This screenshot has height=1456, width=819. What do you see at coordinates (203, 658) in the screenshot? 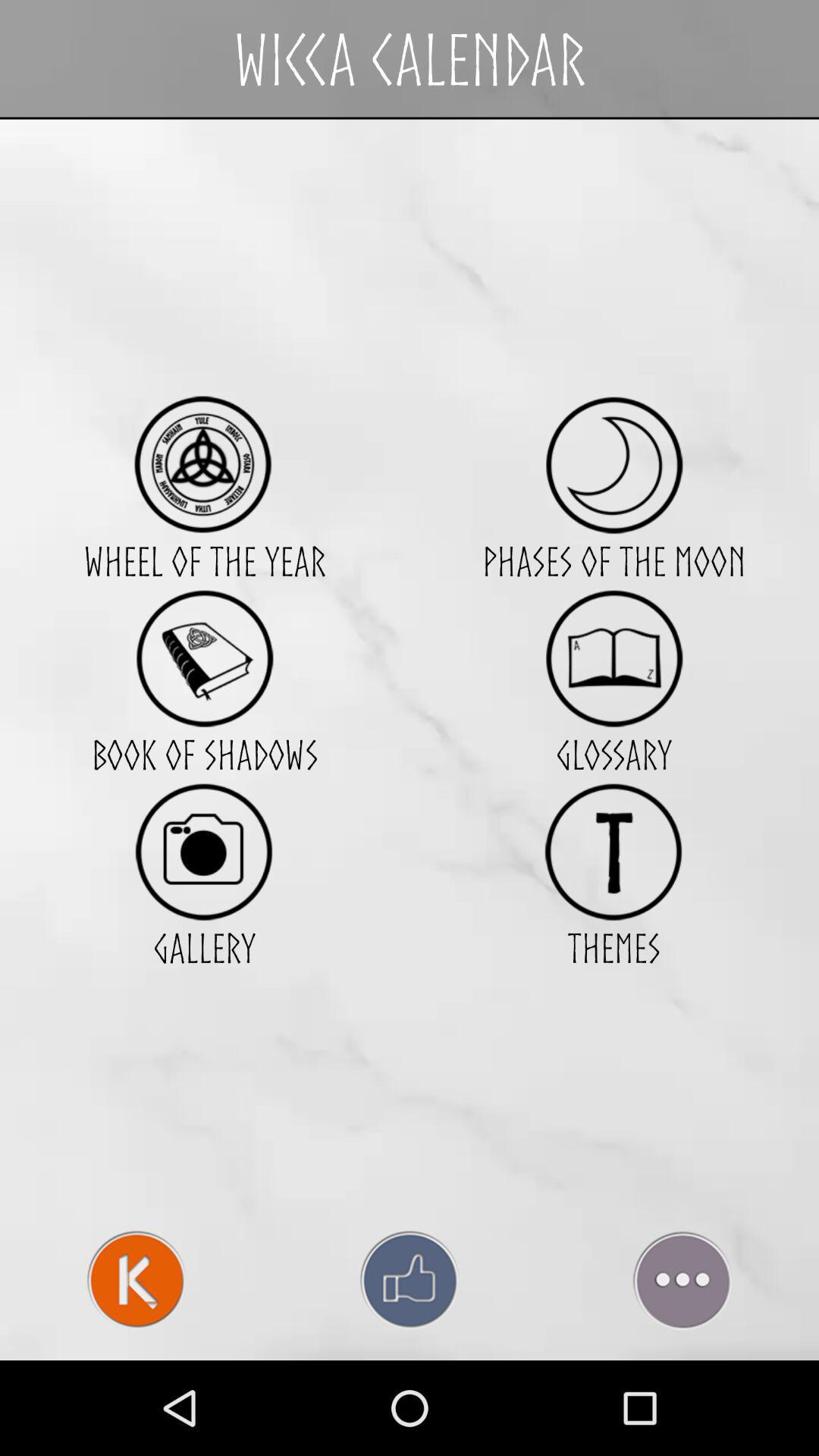
I see `the item above book of shadows icon` at bounding box center [203, 658].